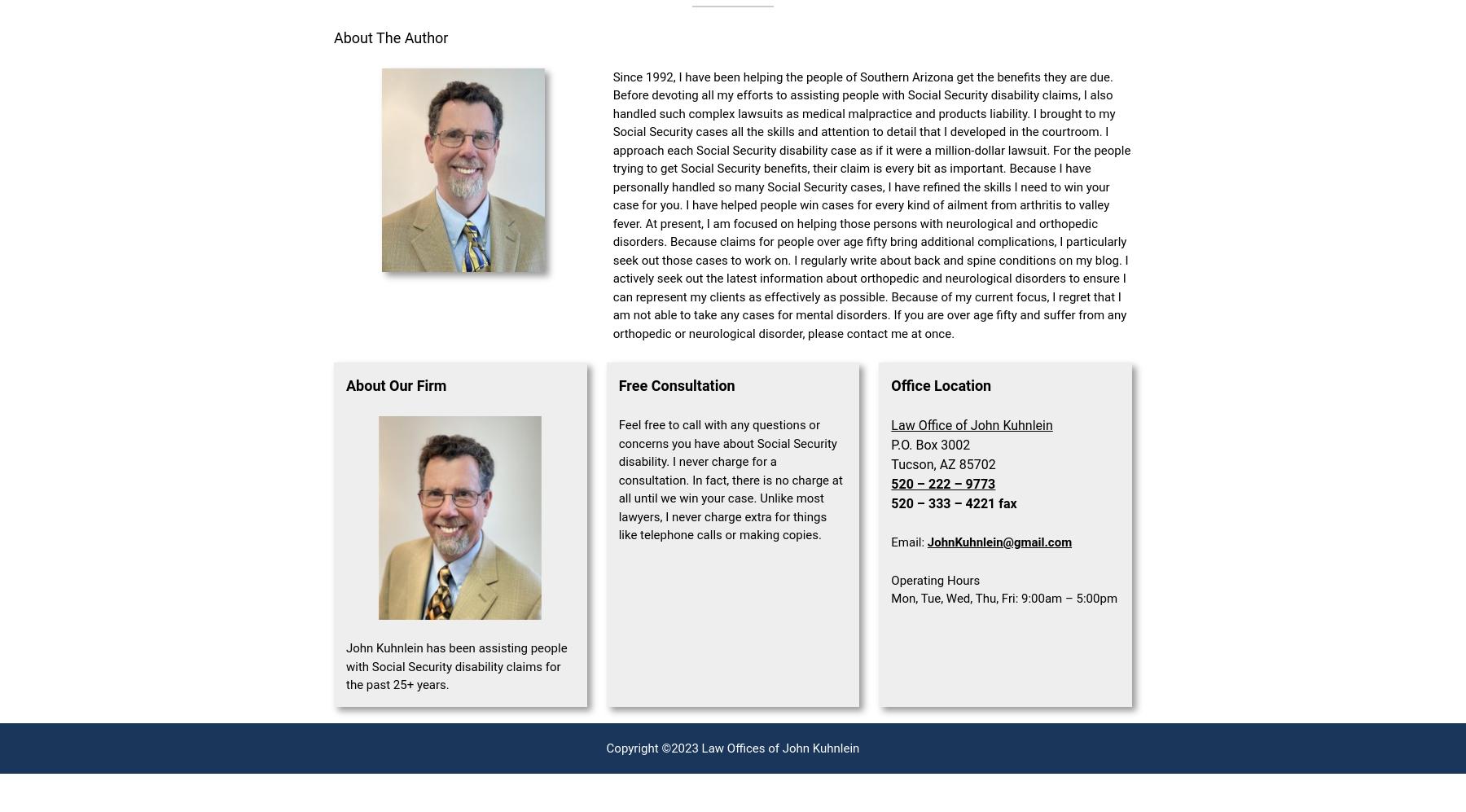 Image resolution: width=1466 pixels, height=812 pixels. What do you see at coordinates (891, 385) in the screenshot?
I see `'Office Location'` at bounding box center [891, 385].